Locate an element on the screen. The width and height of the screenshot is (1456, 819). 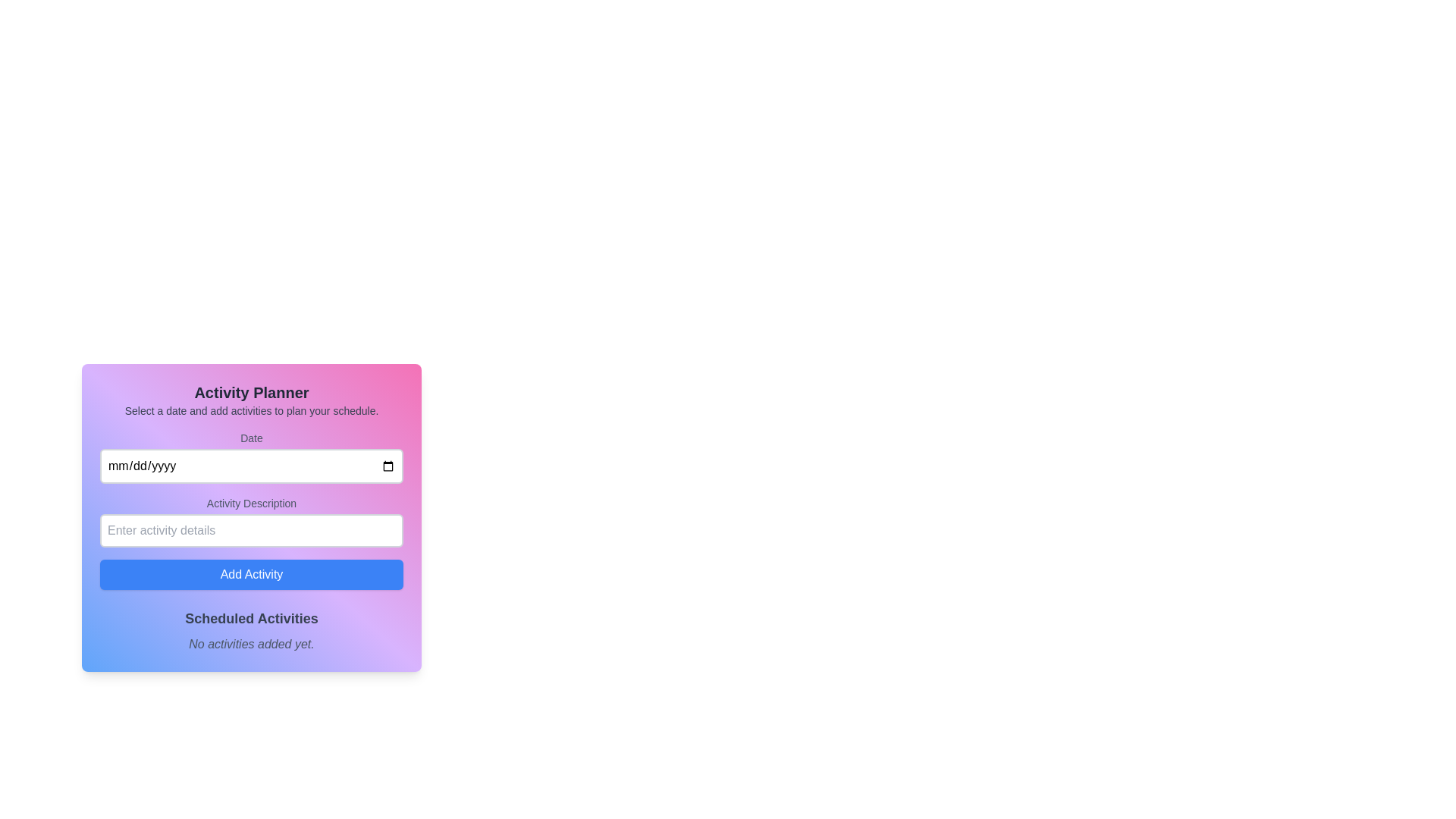
the Text Section that displays the status of scheduled activities, located at the bottom of the 'Activity Planner' module, below the 'Add Activity' button is located at coordinates (251, 631).